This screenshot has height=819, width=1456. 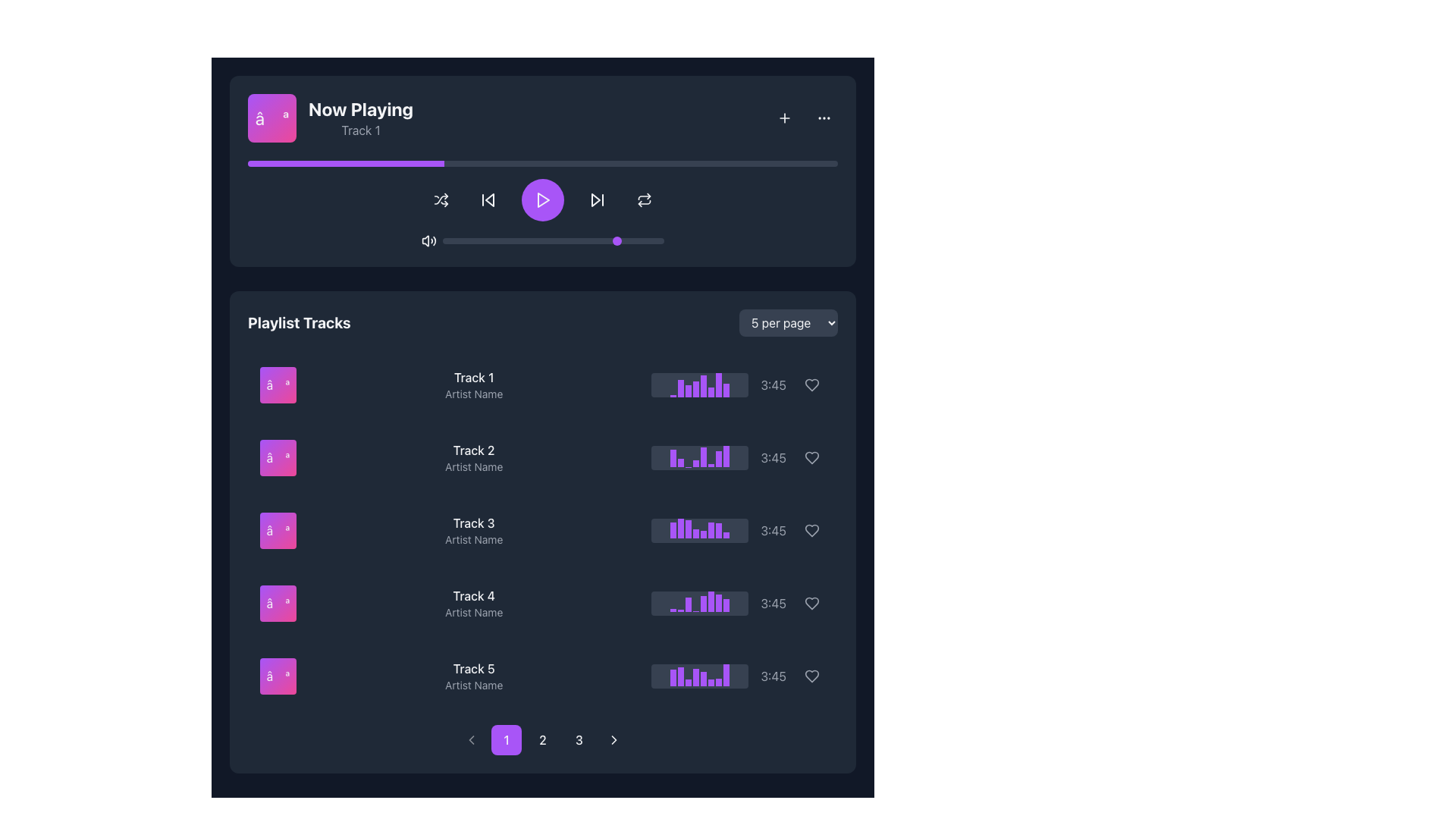 I want to click on the second progress bar in the mini bar chart representing the audio levels for 'Track 2' in the playlist interface, so click(x=680, y=462).